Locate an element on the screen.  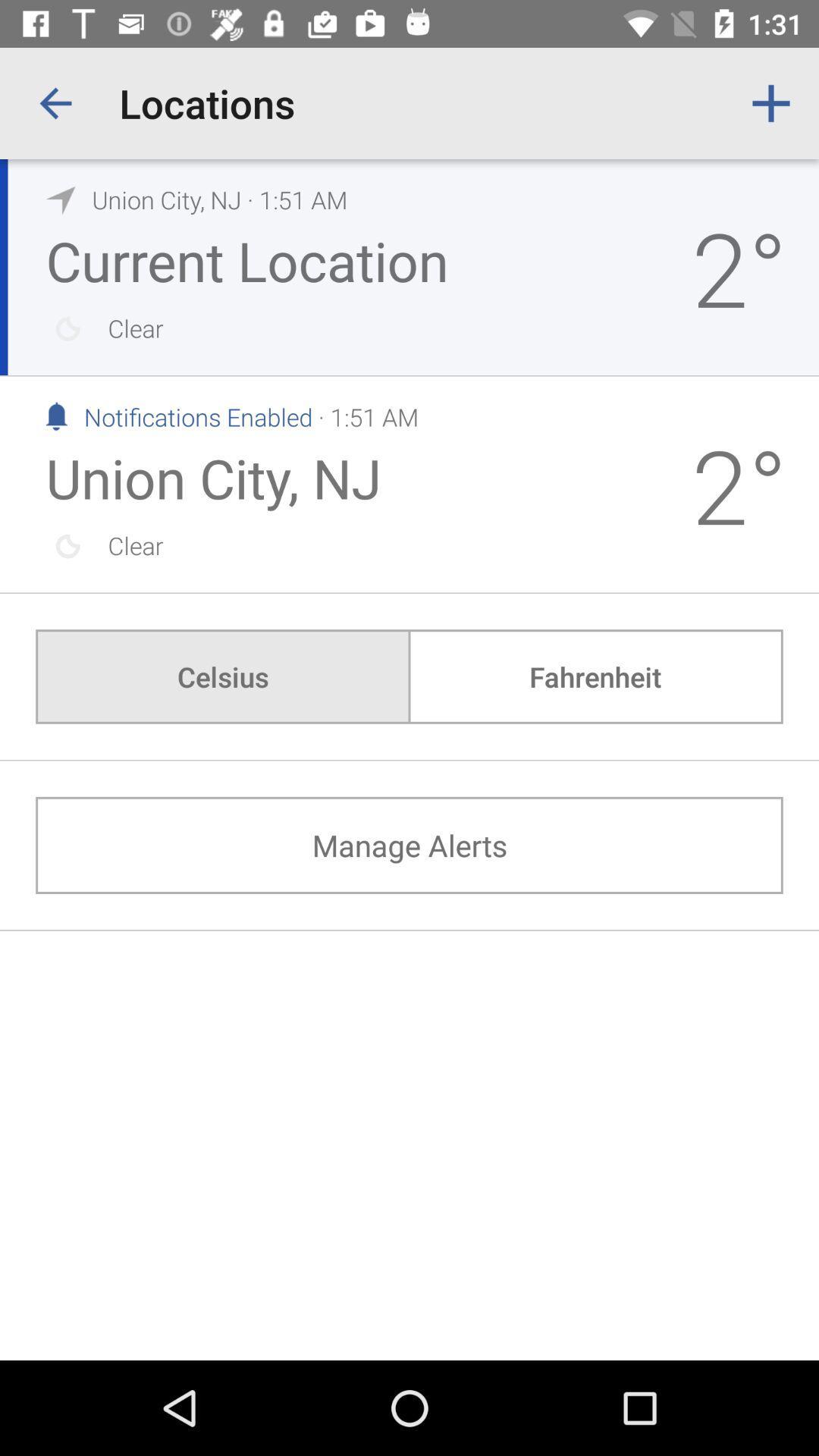
item above the manage alerts item is located at coordinates (595, 676).